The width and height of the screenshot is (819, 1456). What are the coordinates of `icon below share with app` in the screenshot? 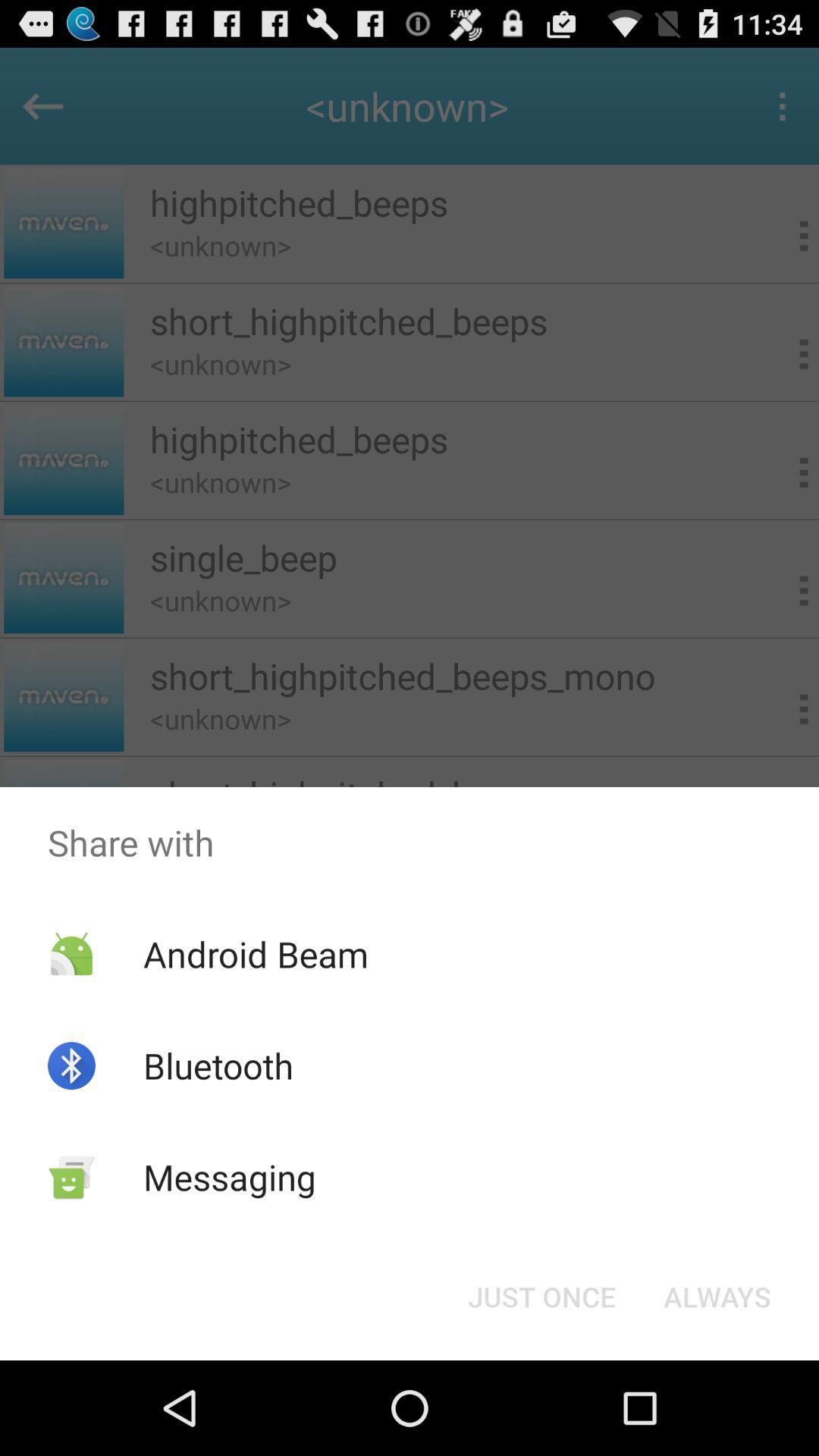 It's located at (255, 953).